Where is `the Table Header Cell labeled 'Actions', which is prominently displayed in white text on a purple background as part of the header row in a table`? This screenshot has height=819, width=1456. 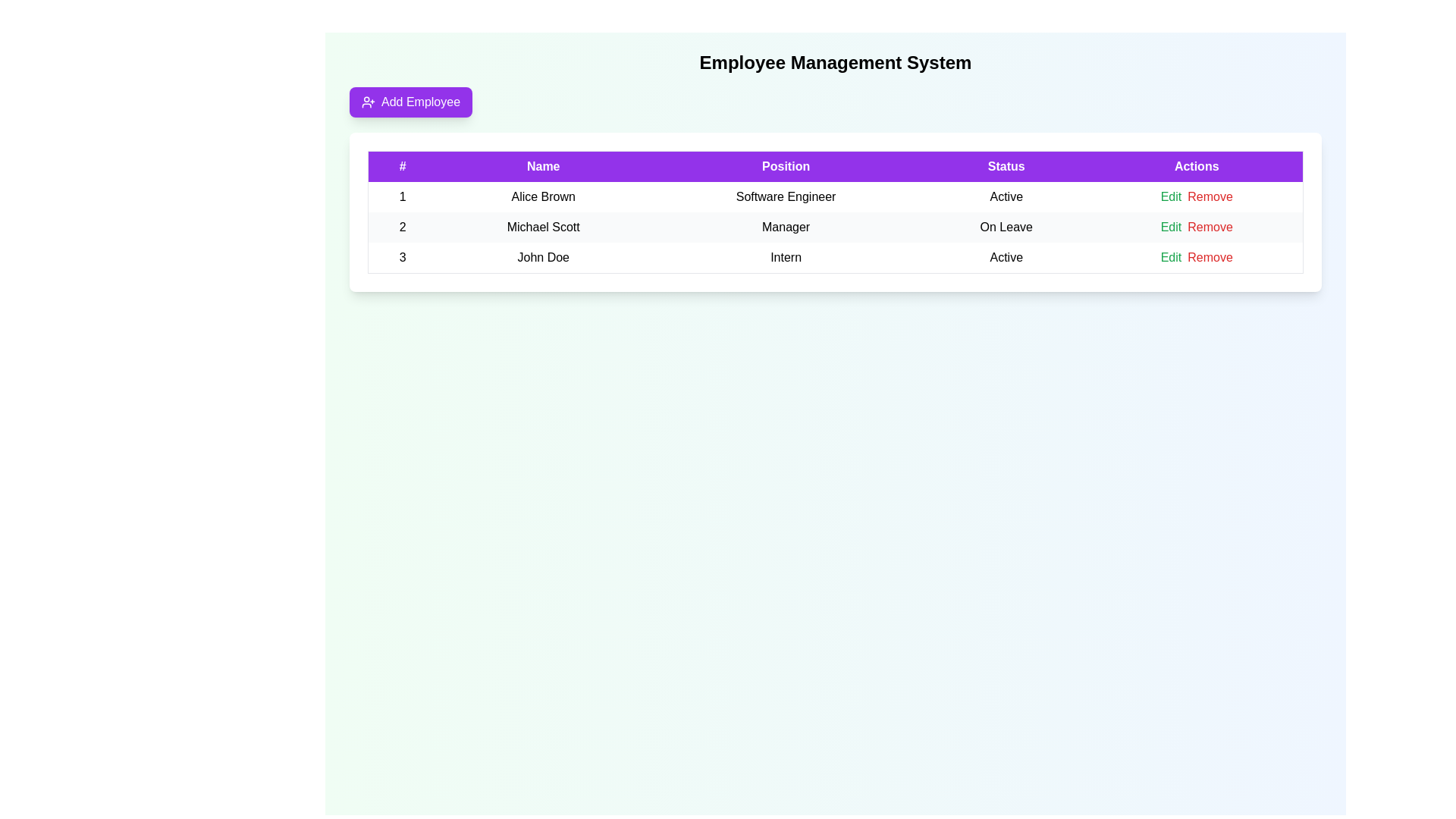 the Table Header Cell labeled 'Actions', which is prominently displayed in white text on a purple background as part of the header row in a table is located at coordinates (1196, 166).